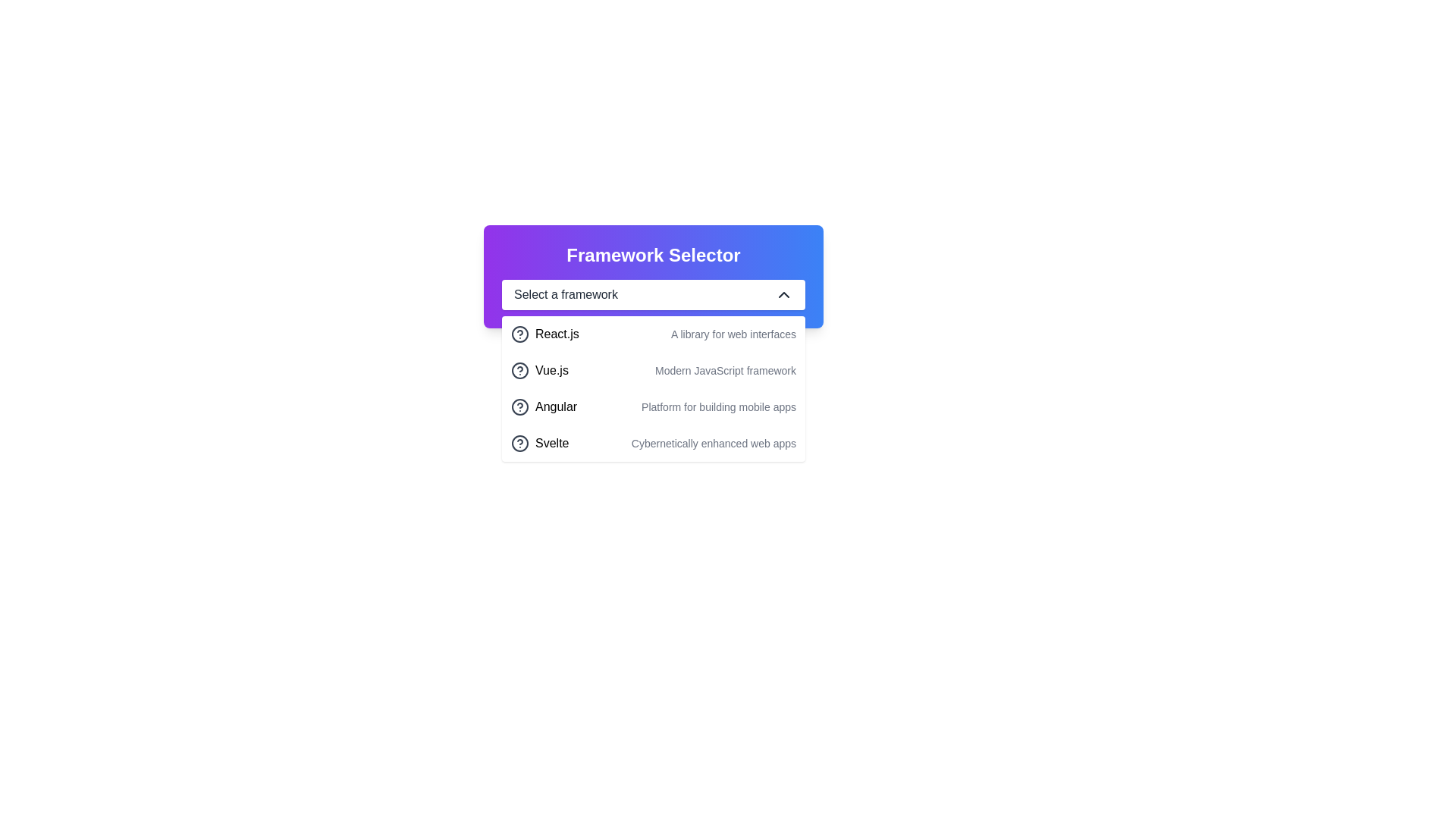 The image size is (1456, 819). I want to click on the List item in the dropdown menu labeled 'Angular', so click(654, 406).